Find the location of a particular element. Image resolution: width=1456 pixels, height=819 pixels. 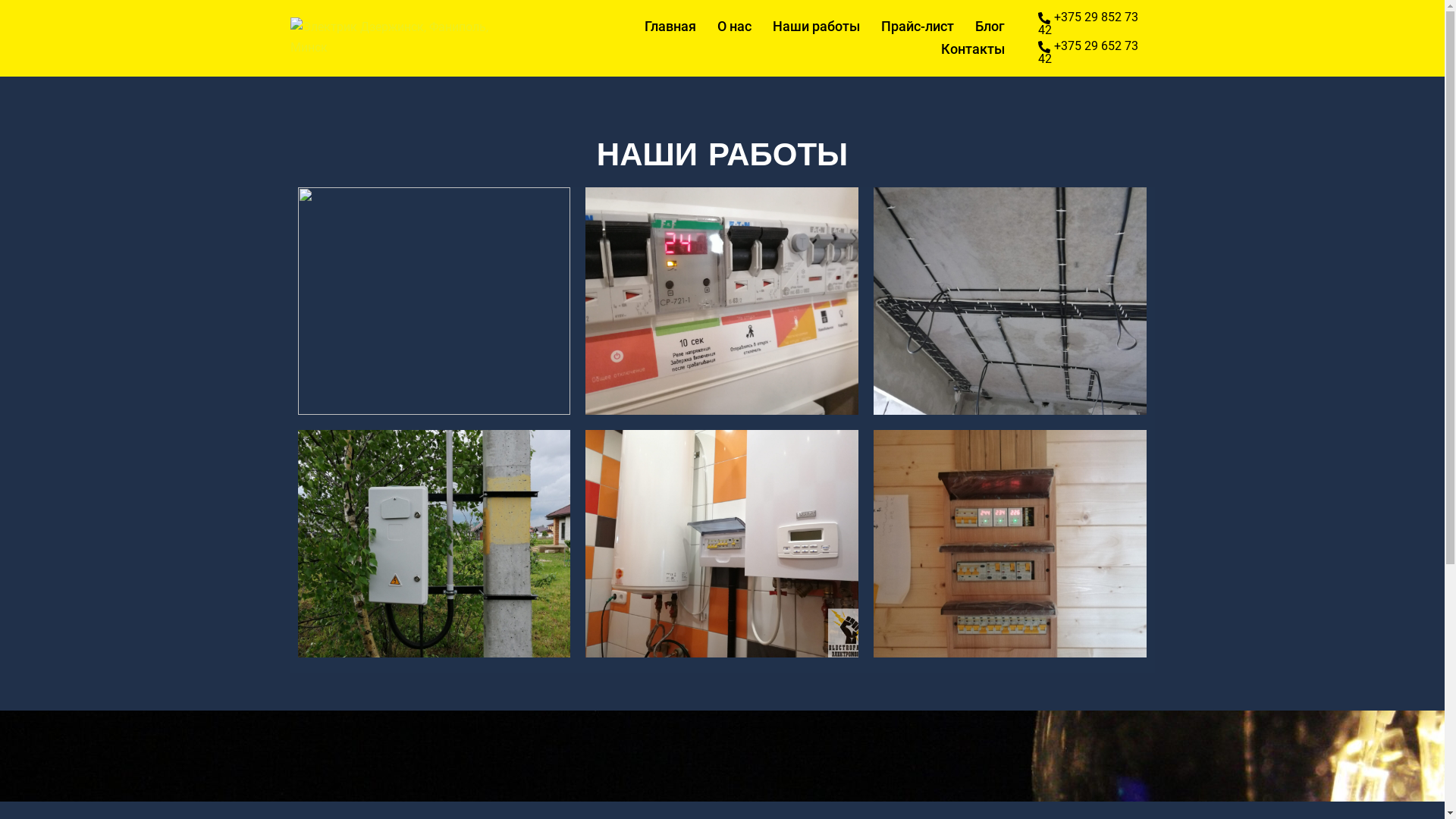

'+375 29 652 73 42' is located at coordinates (1096, 52).